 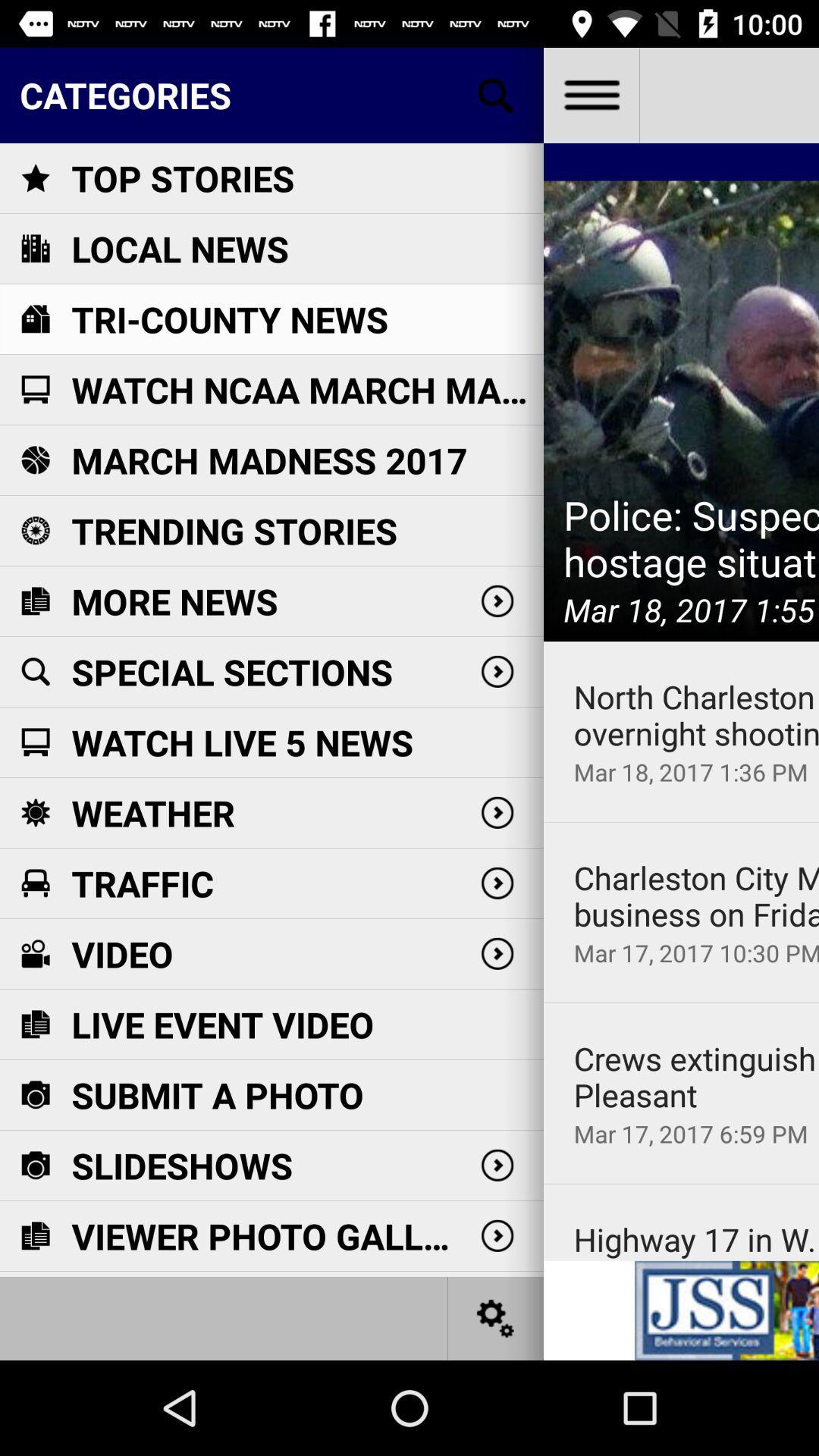 What do you see at coordinates (696, 1239) in the screenshot?
I see `highway 17 in` at bounding box center [696, 1239].